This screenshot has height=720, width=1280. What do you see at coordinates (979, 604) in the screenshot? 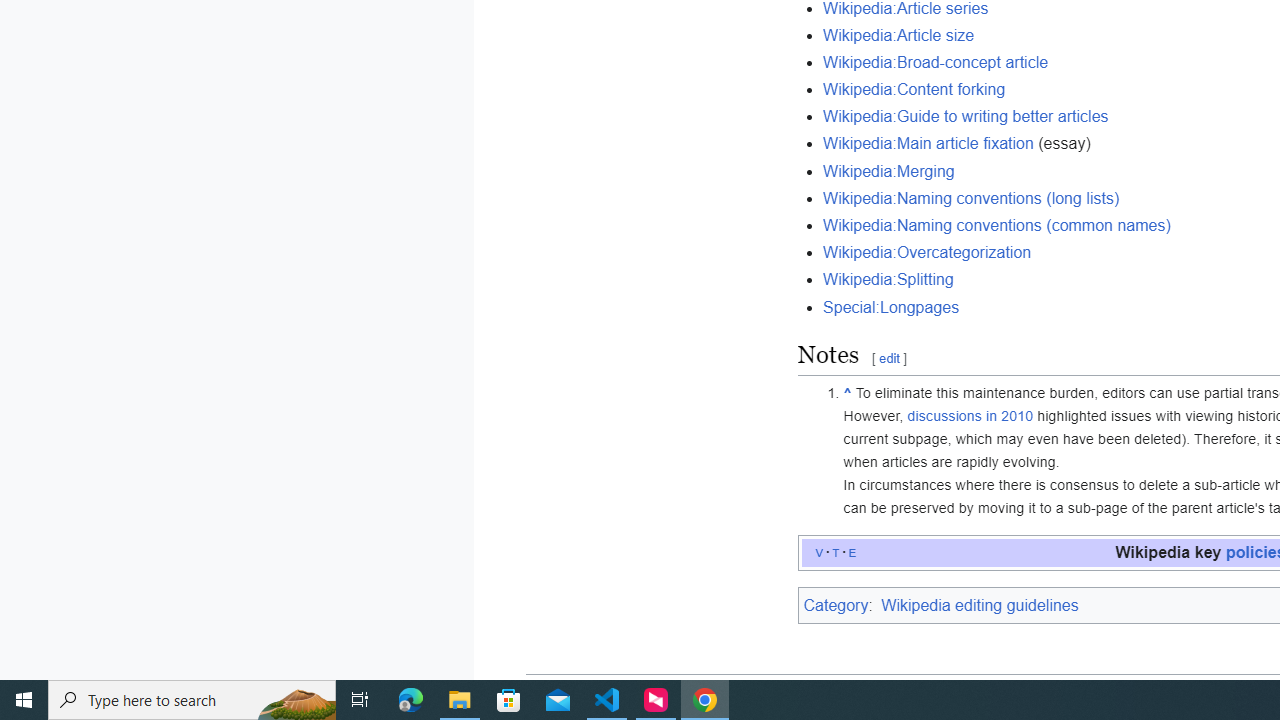
I see `'Wikipedia editing guidelines'` at bounding box center [979, 604].